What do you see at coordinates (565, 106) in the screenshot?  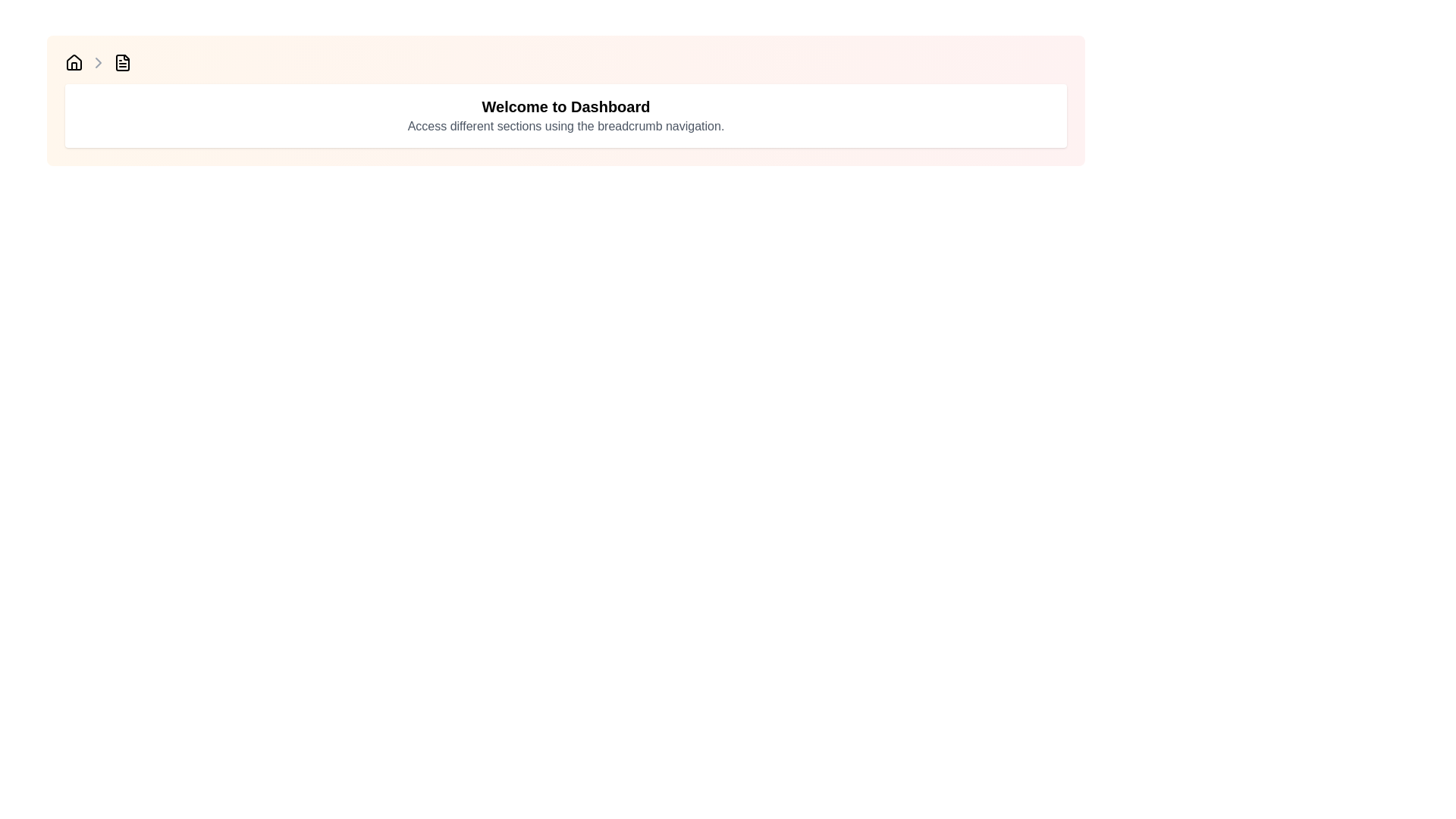 I see `the Text Header located at the upper middle region of the dashboard interface to interact with associated components if linked` at bounding box center [565, 106].